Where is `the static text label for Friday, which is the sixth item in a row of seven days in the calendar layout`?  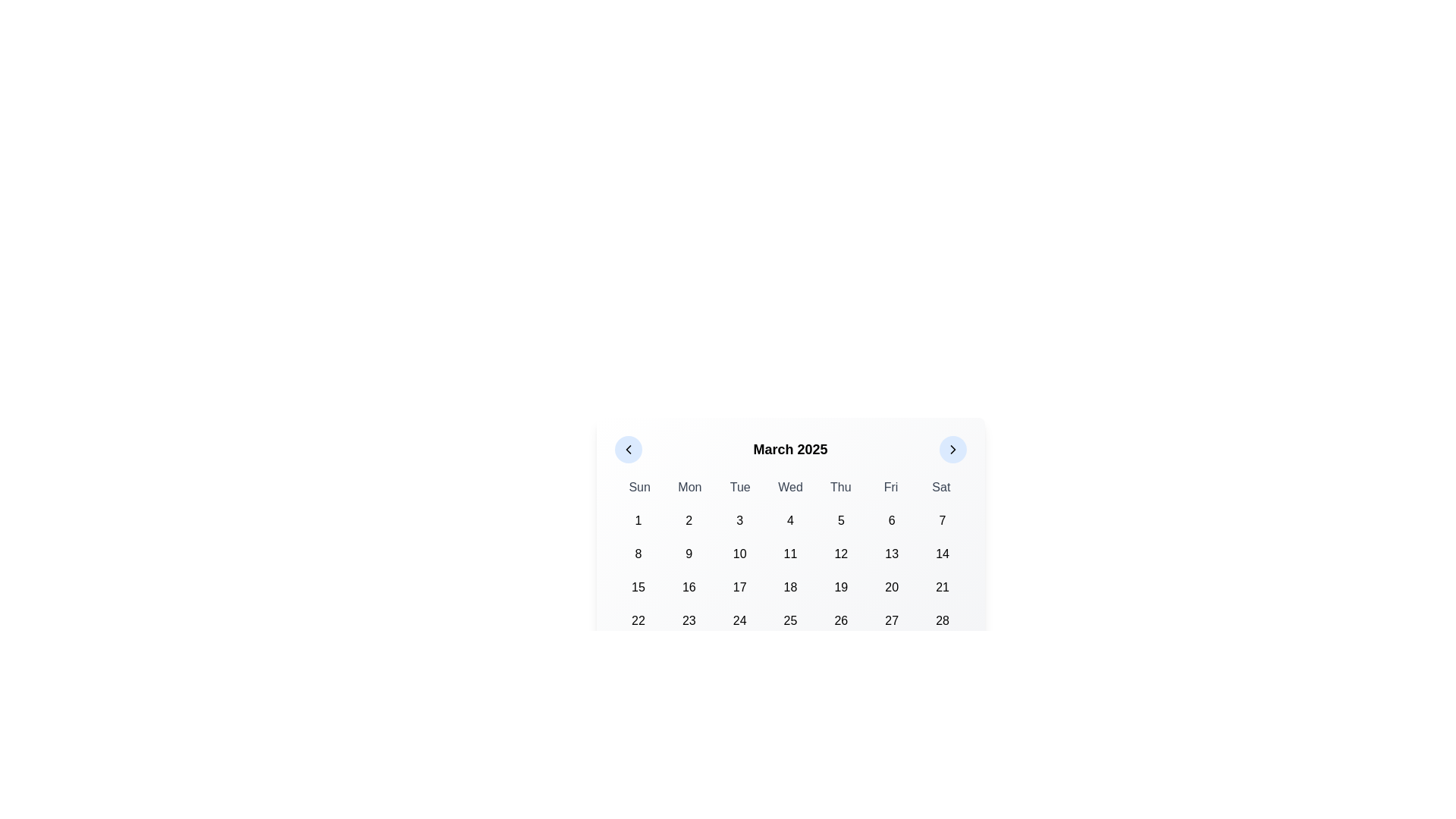 the static text label for Friday, which is the sixth item in a row of seven days in the calendar layout is located at coordinates (891, 488).